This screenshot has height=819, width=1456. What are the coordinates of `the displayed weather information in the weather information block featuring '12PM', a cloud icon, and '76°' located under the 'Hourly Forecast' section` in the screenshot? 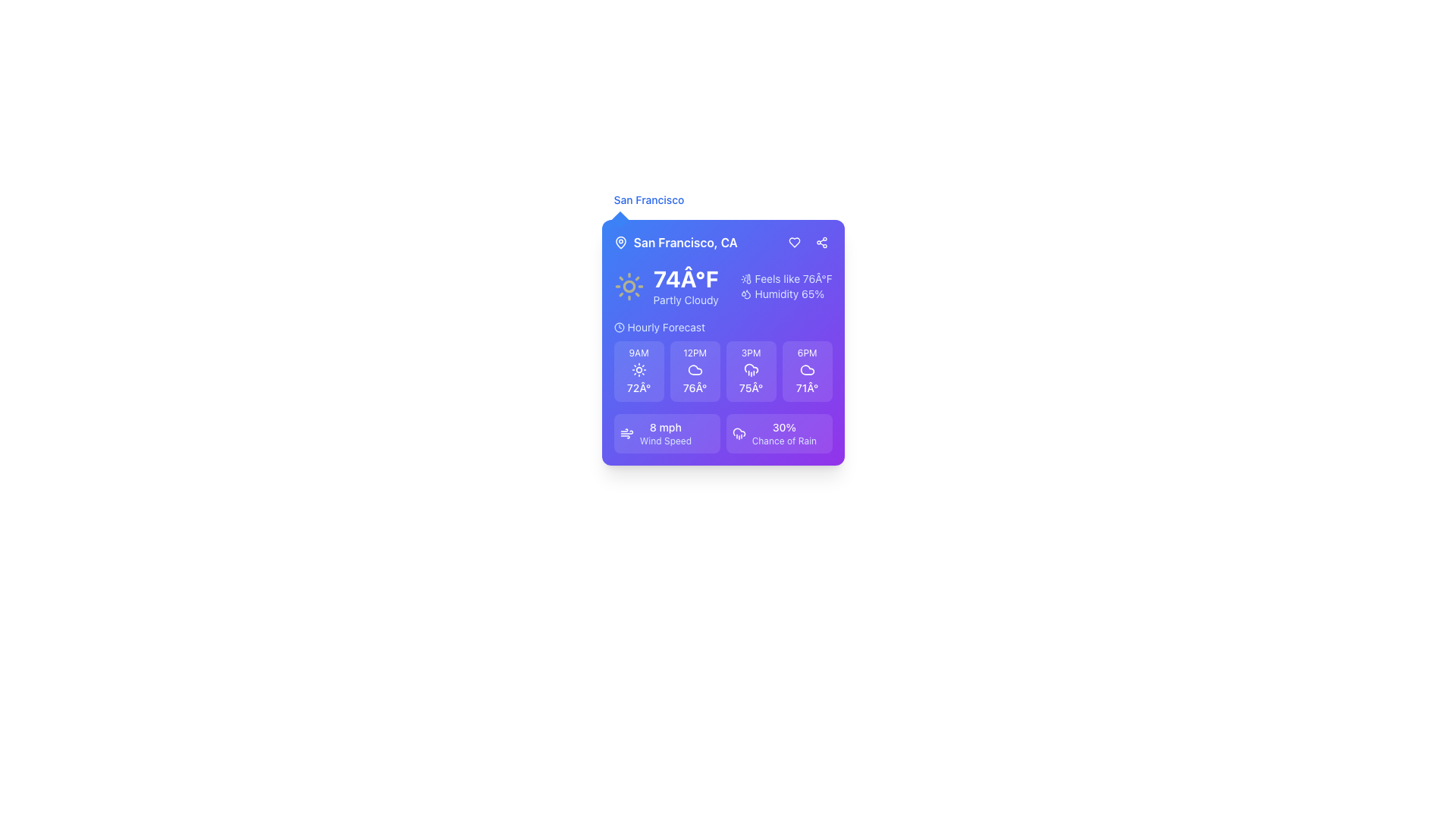 It's located at (694, 371).